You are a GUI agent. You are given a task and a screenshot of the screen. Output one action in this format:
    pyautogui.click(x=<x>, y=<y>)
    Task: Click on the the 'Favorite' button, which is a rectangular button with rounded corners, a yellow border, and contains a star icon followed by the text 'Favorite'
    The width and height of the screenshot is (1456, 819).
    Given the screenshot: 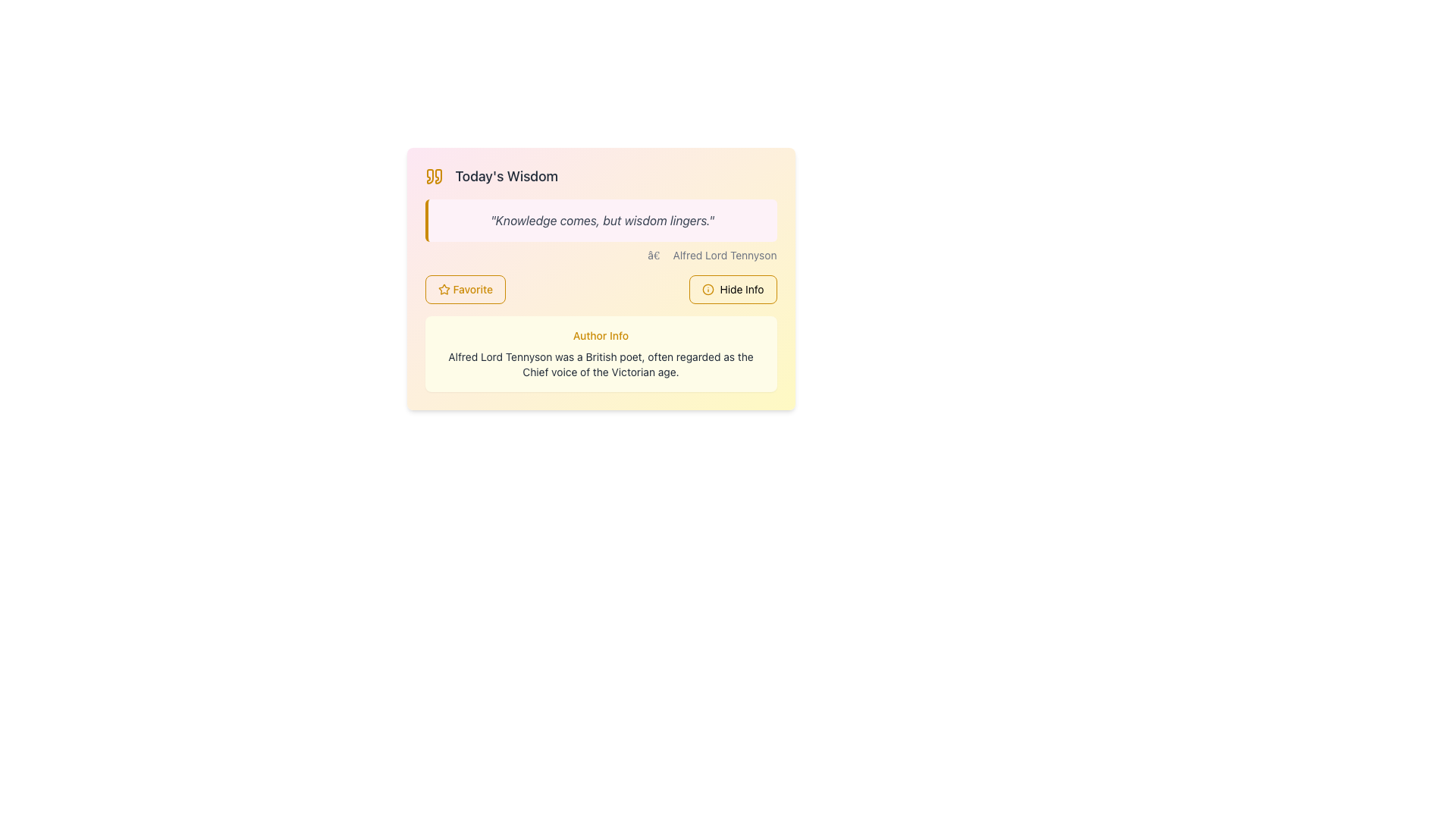 What is the action you would take?
    pyautogui.click(x=464, y=289)
    